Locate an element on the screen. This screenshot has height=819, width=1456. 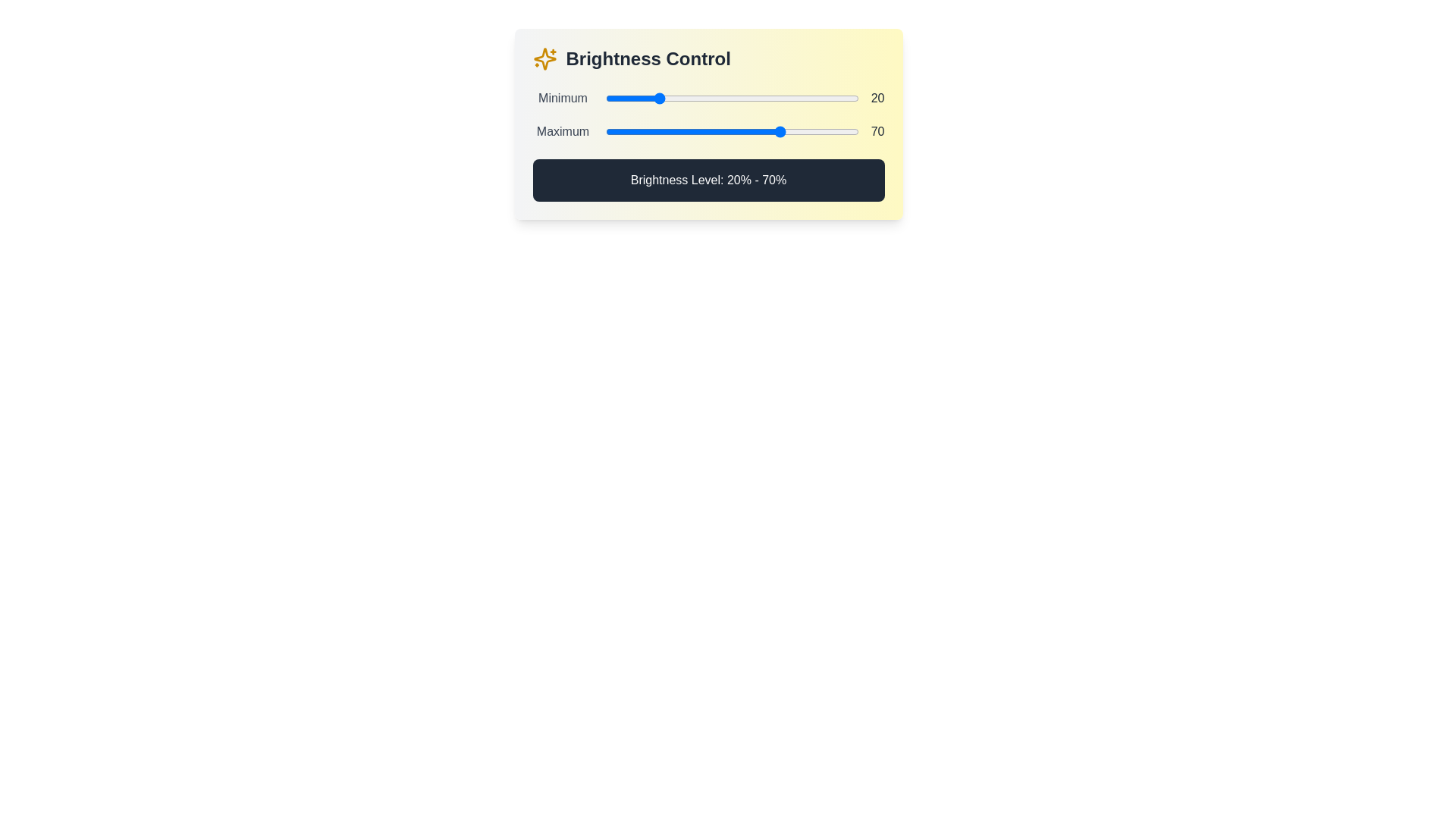
the minimum brightness level to 28% by interacting with the first slider is located at coordinates (676, 99).